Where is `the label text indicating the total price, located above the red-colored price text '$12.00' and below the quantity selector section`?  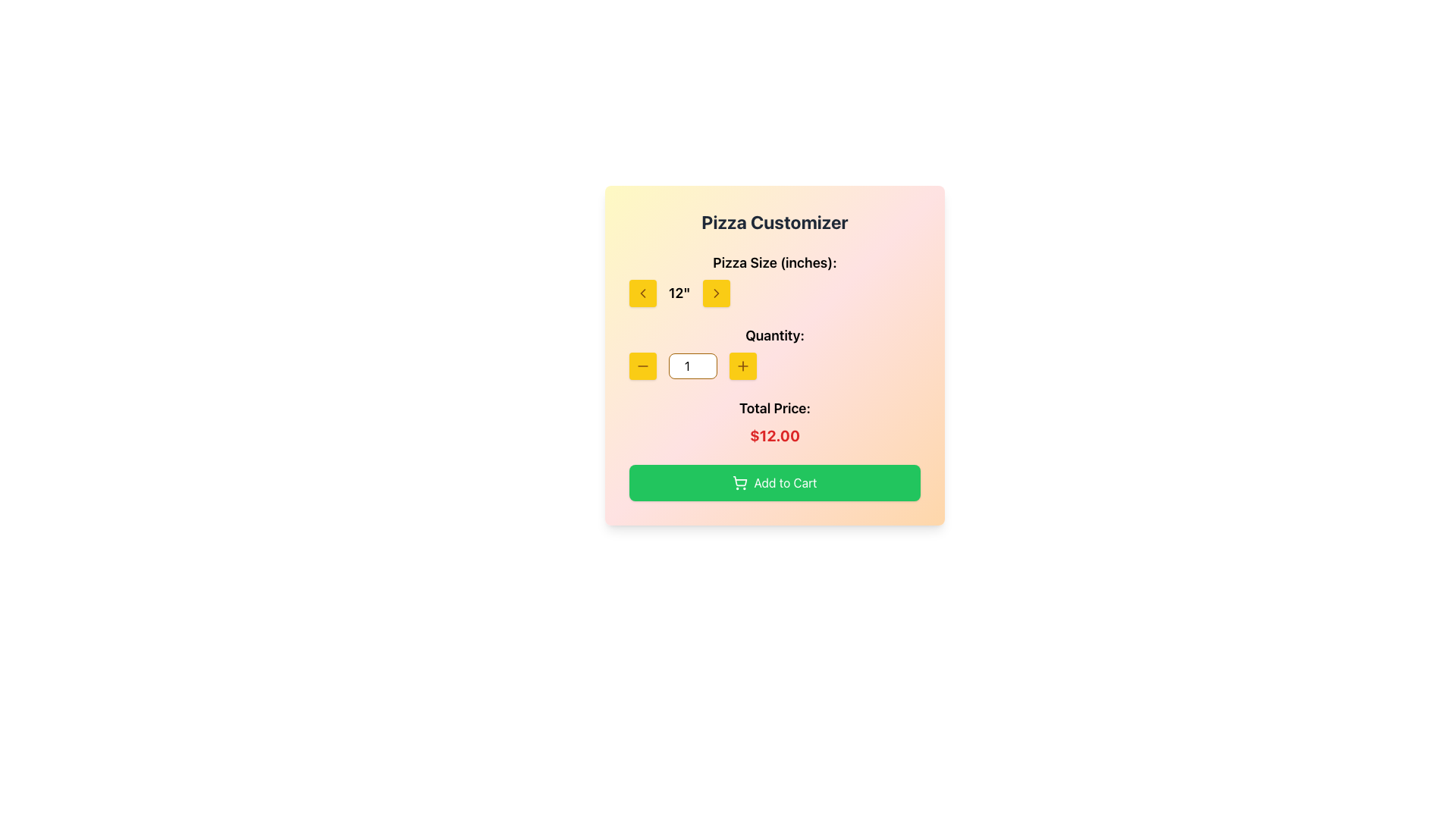
the label text indicating the total price, located above the red-colored price text '$12.00' and below the quantity selector section is located at coordinates (775, 408).